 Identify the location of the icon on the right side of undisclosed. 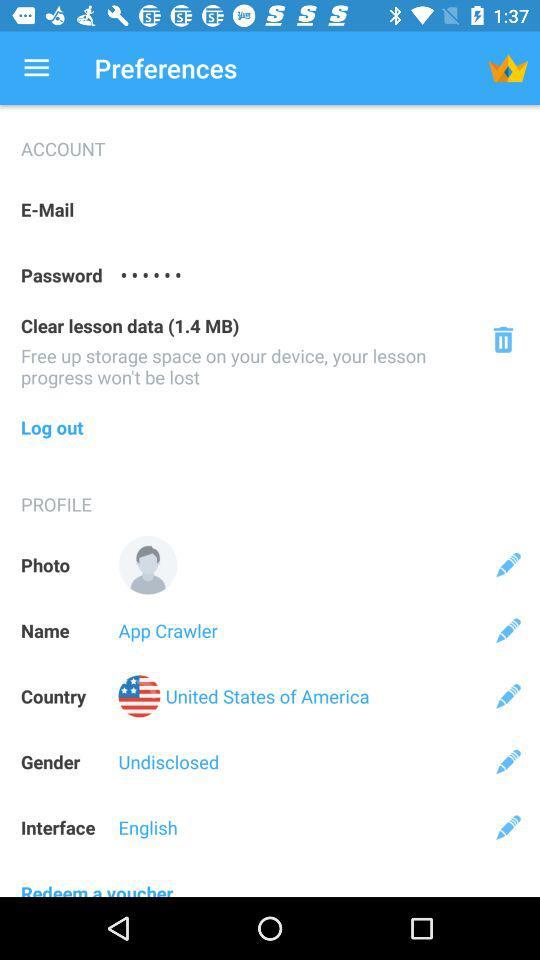
(508, 760).